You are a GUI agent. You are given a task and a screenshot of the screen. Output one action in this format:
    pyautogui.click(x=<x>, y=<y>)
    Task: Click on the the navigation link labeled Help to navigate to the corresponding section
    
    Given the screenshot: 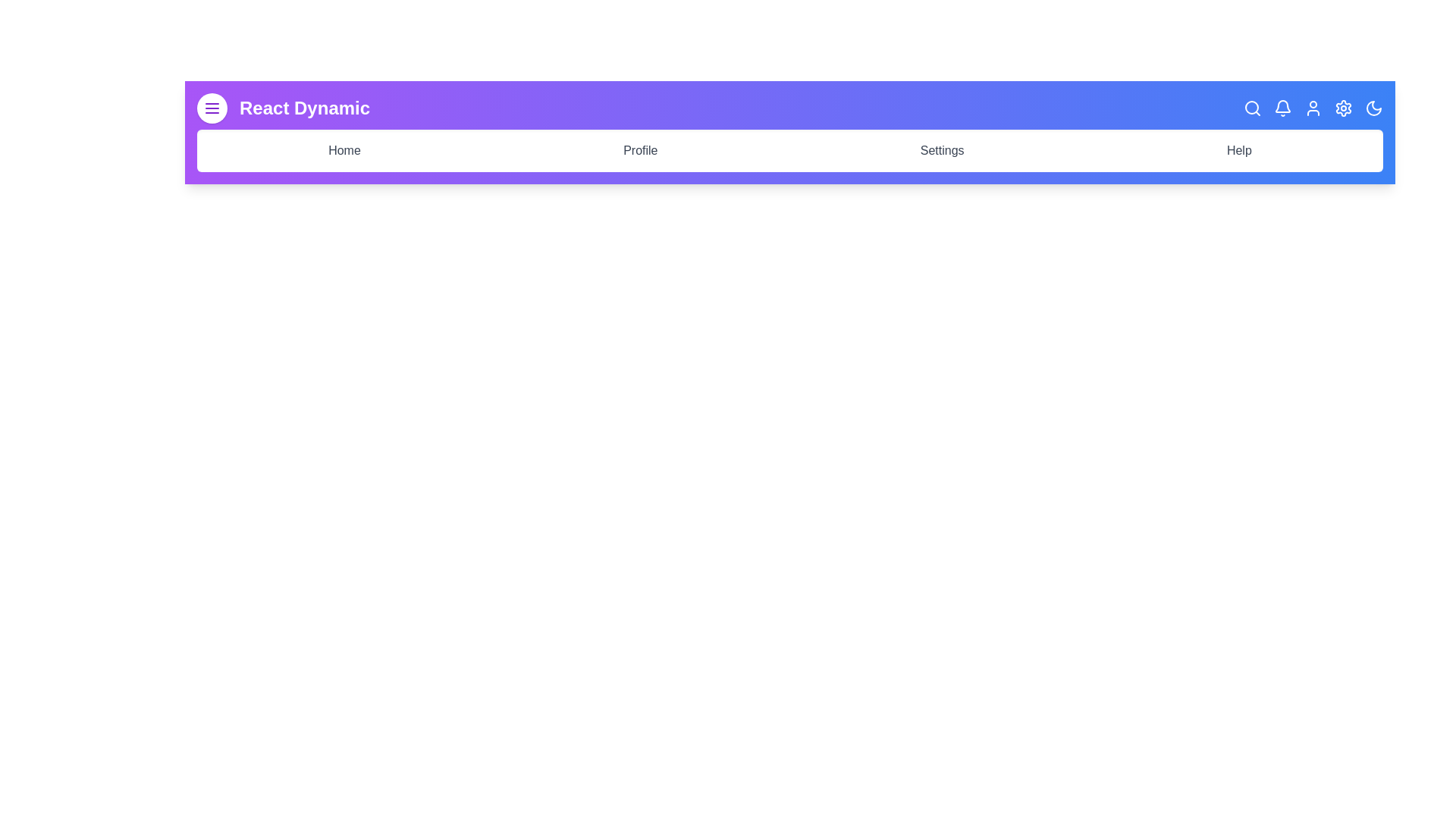 What is the action you would take?
    pyautogui.click(x=1238, y=151)
    